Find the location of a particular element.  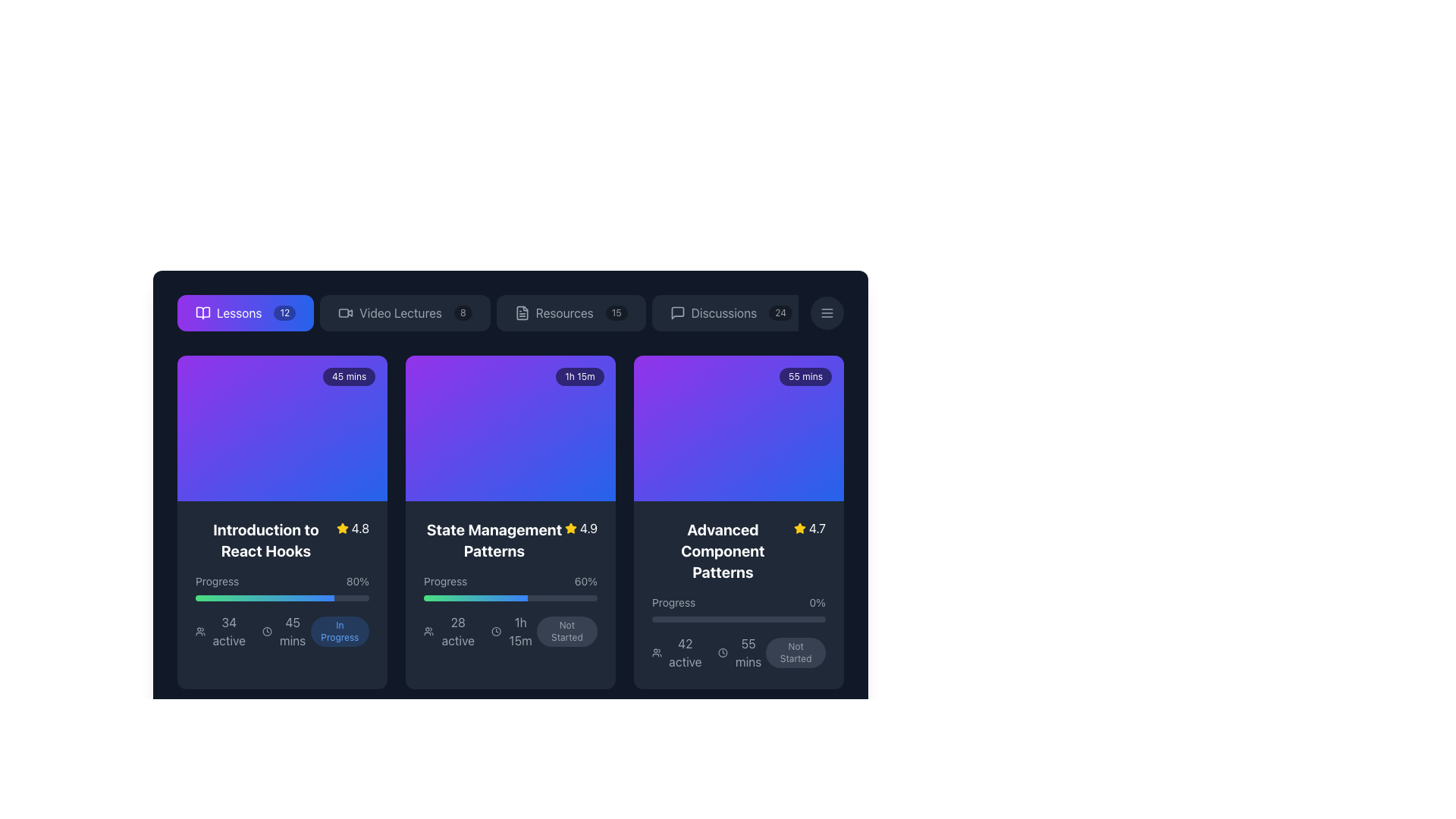

the Status indicator tag with blue background and text 'In Progress' located at the bottom-right of the card for 'Introduction to React Hooks' is located at coordinates (339, 632).